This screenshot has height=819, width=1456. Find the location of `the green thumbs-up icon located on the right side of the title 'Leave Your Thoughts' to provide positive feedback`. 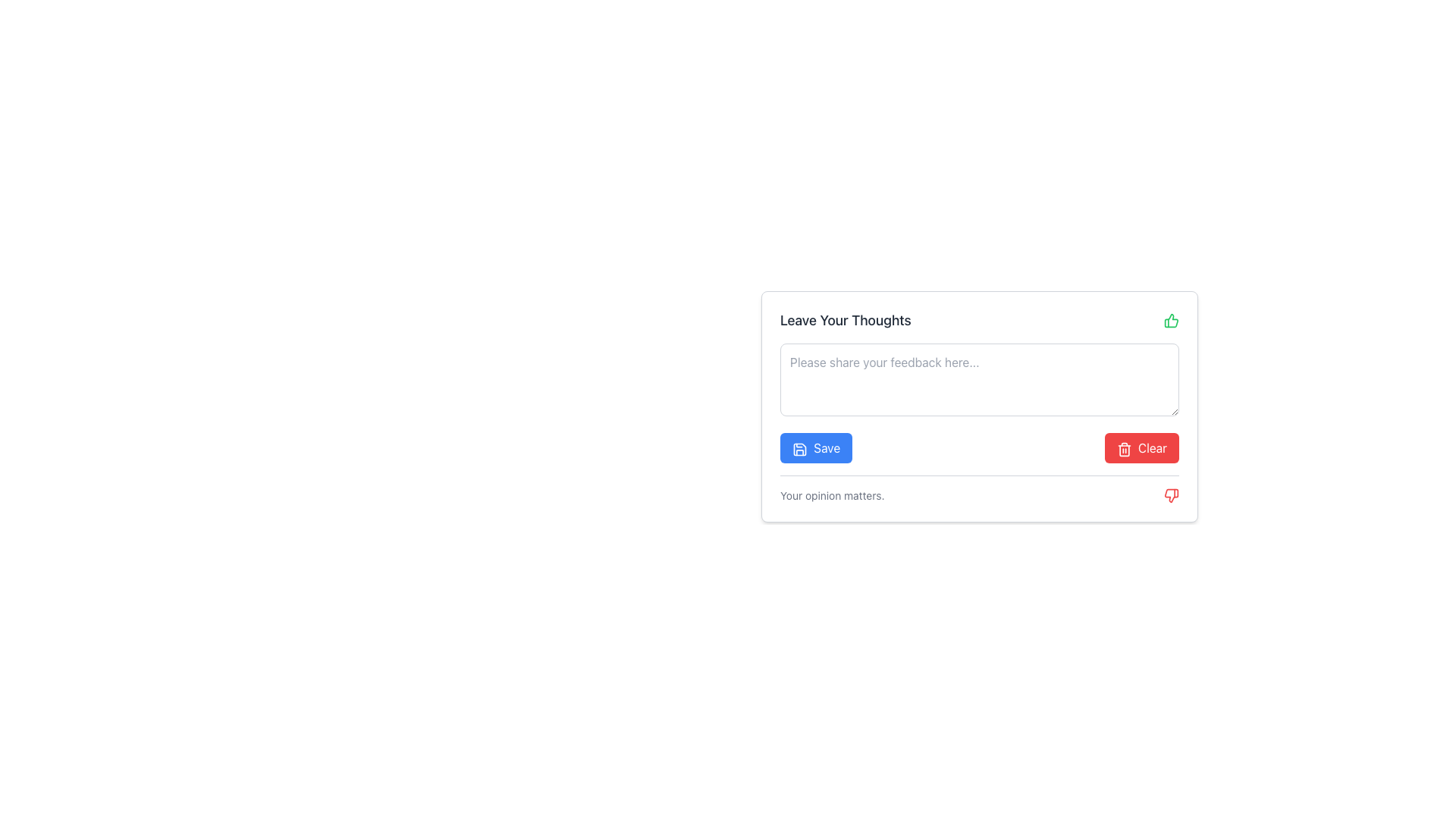

the green thumbs-up icon located on the right side of the title 'Leave Your Thoughts' to provide positive feedback is located at coordinates (1171, 320).